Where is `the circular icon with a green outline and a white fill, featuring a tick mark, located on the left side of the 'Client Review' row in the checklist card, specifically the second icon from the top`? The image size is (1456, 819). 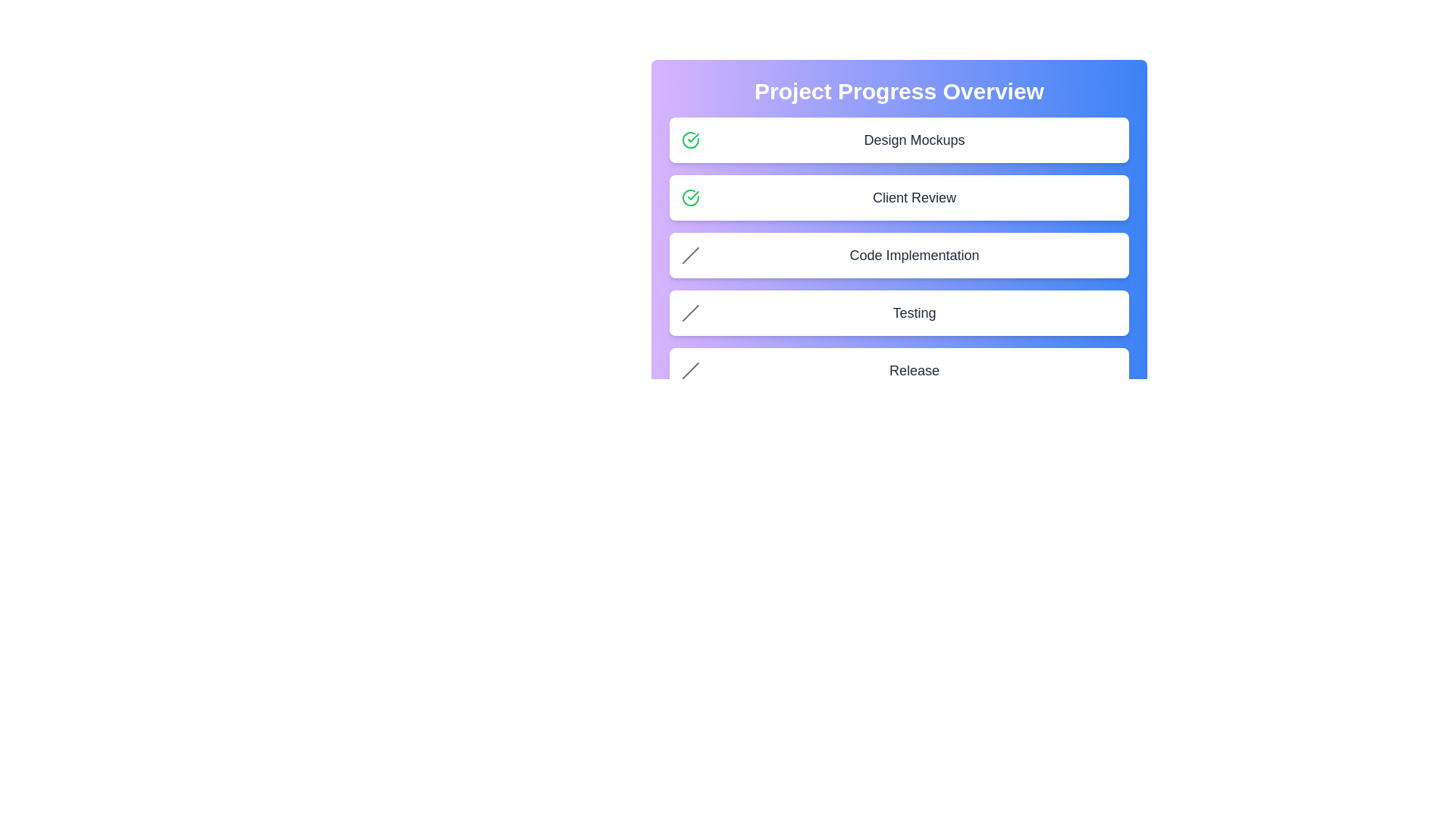
the circular icon with a green outline and a white fill, featuring a tick mark, located on the left side of the 'Client Review' row in the checklist card, specifically the second icon from the top is located at coordinates (690, 197).